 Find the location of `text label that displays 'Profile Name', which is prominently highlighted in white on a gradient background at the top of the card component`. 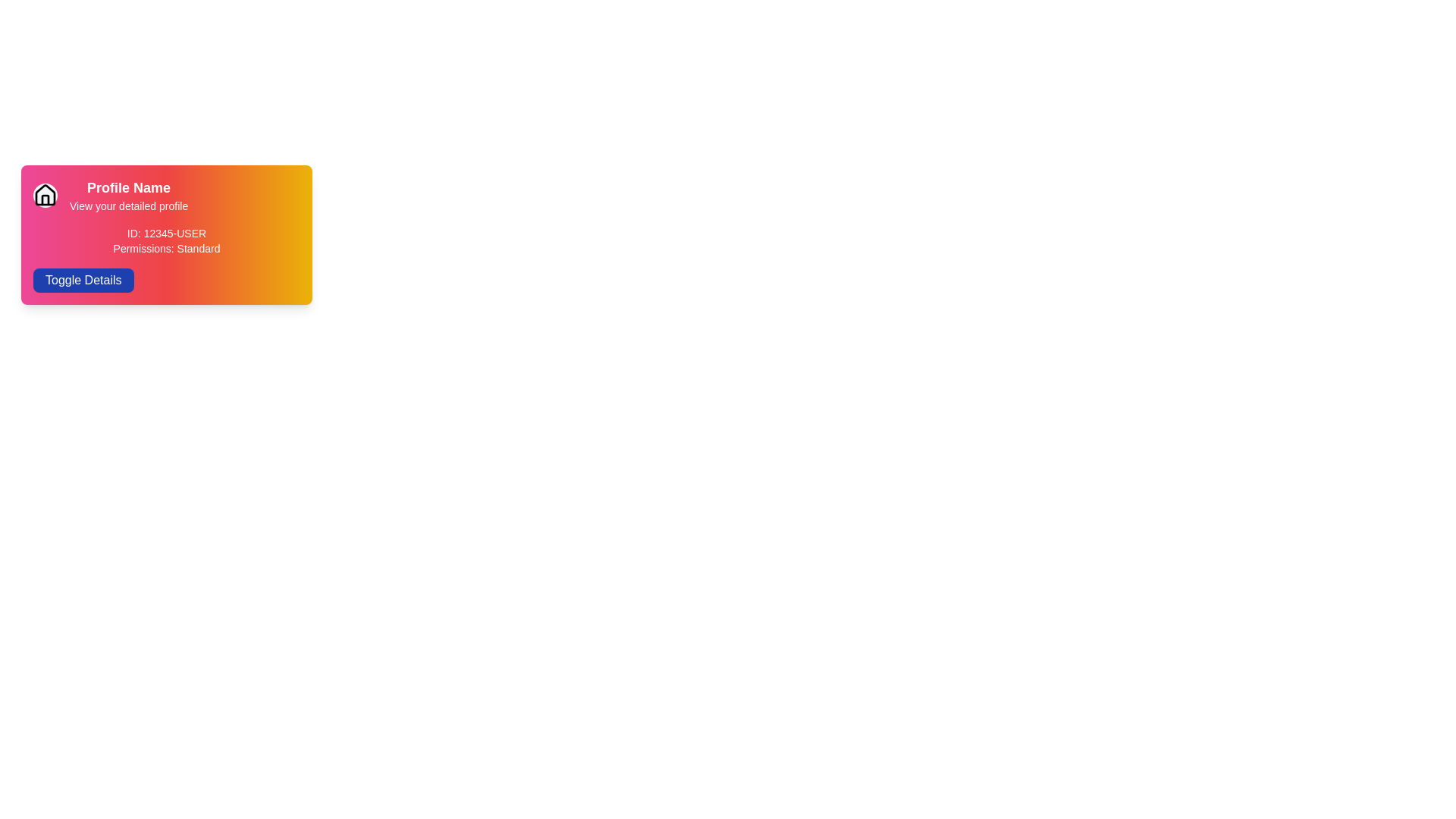

text label that displays 'Profile Name', which is prominently highlighted in white on a gradient background at the top of the card component is located at coordinates (129, 187).